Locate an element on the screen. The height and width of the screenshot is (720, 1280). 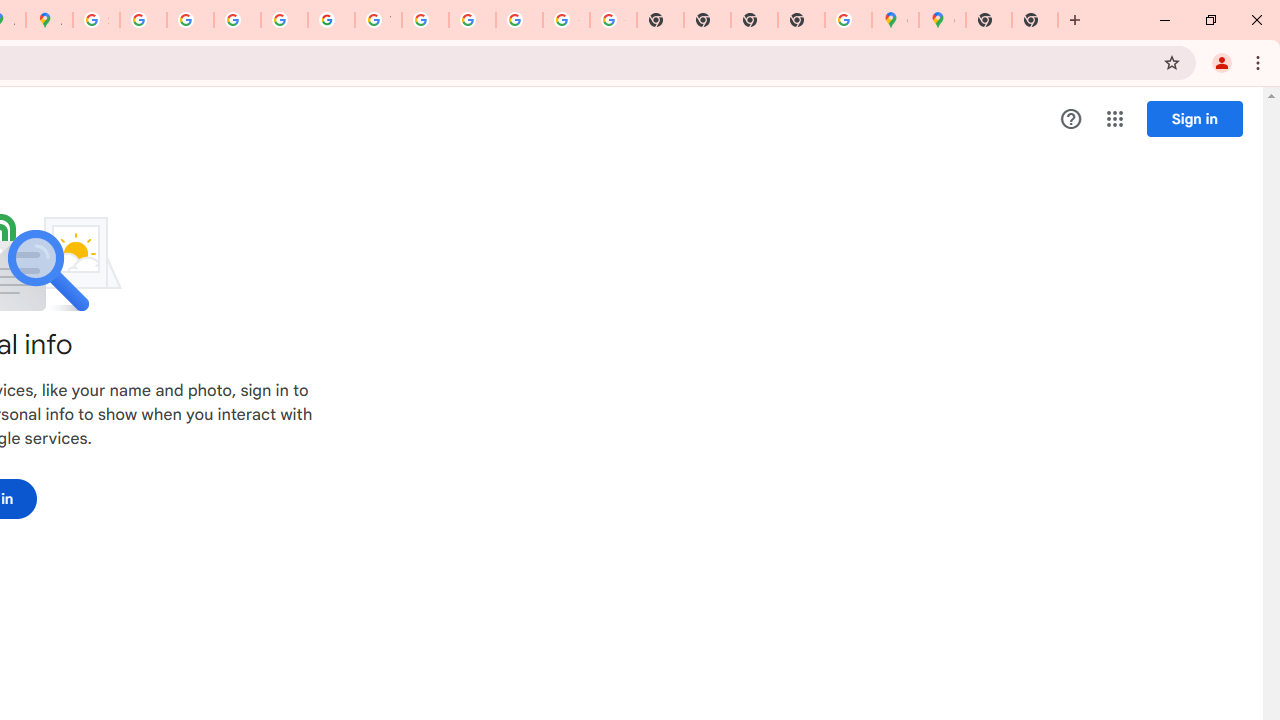
'Google Maps' is located at coordinates (894, 20).